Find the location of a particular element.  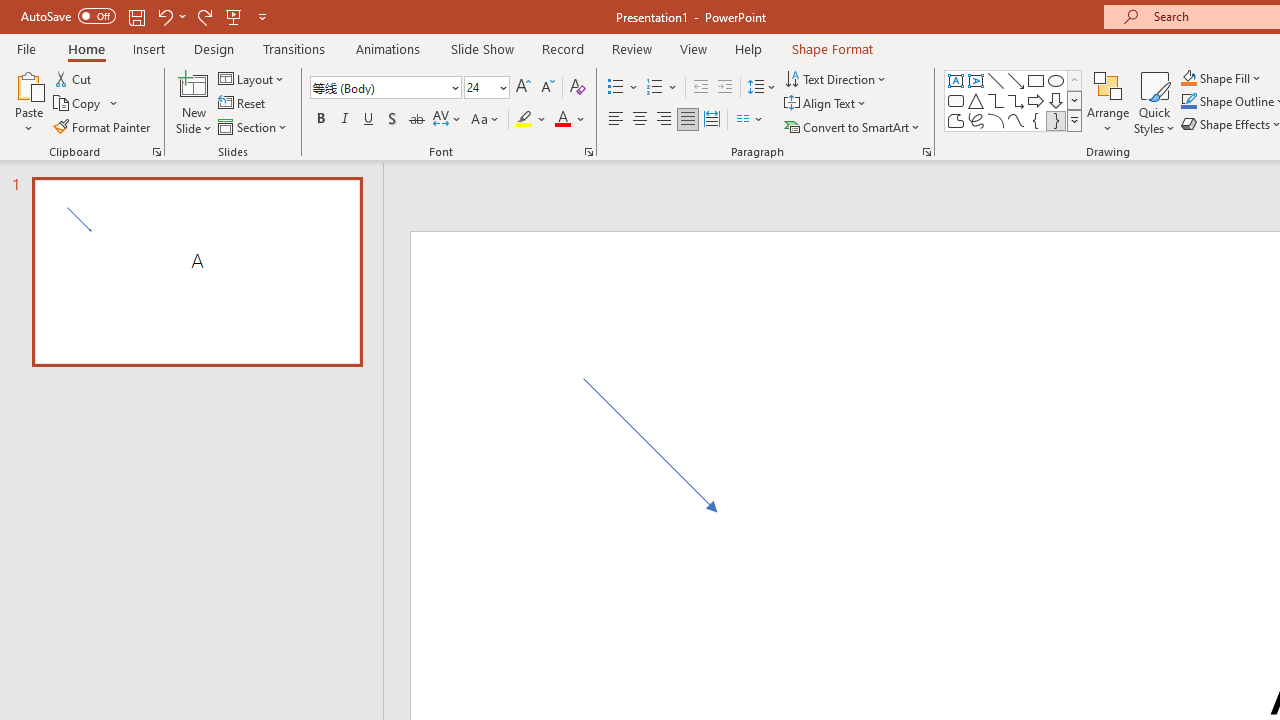

'Arrange' is located at coordinates (1107, 103).